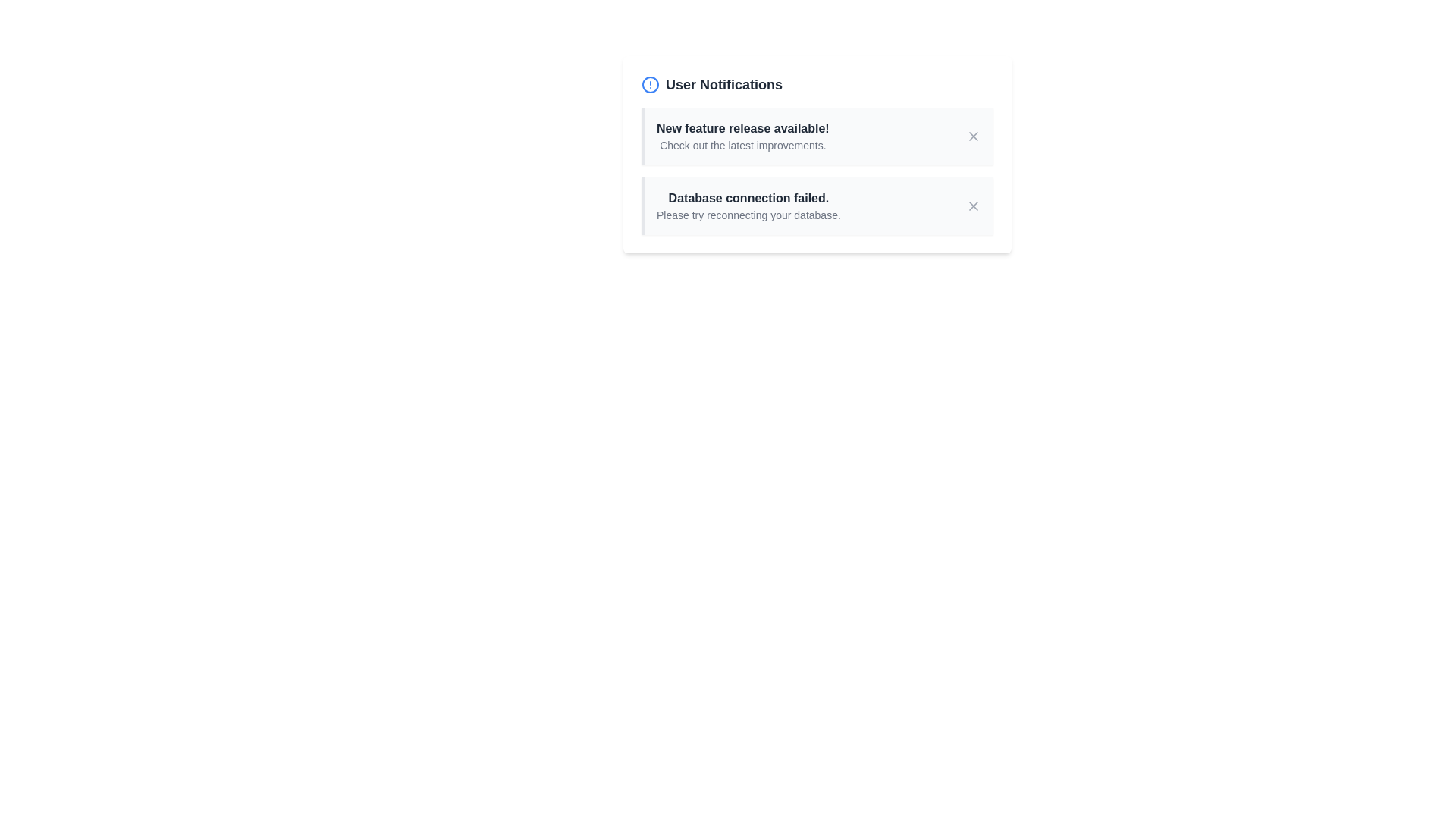  What do you see at coordinates (651, 84) in the screenshot?
I see `the decorative circle element within the SVG structure, located to the left of the 'User Notifications' header text` at bounding box center [651, 84].